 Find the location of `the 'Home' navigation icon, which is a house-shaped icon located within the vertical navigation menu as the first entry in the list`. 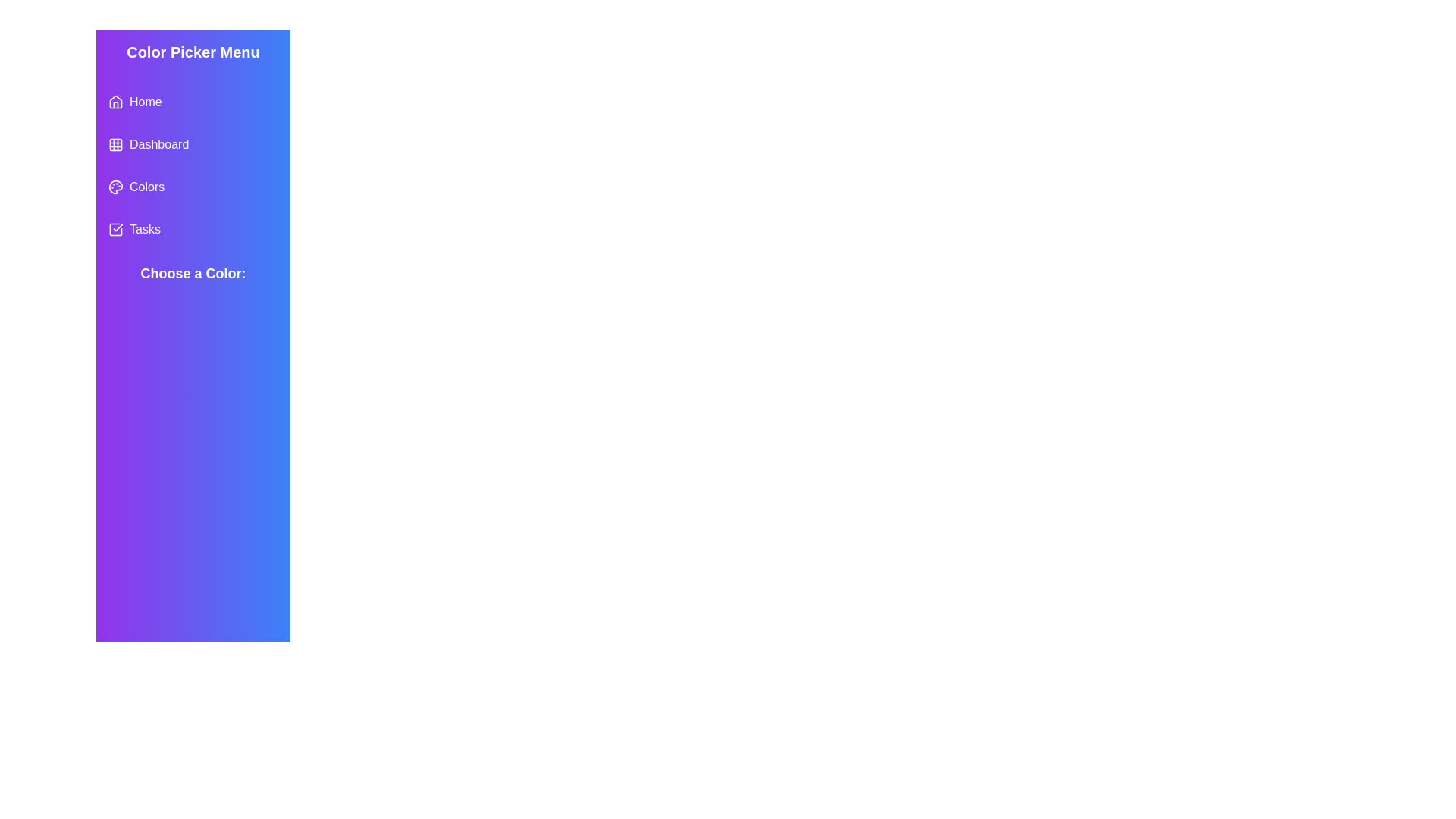

the 'Home' navigation icon, which is a house-shaped icon located within the vertical navigation menu as the first entry in the list is located at coordinates (115, 102).